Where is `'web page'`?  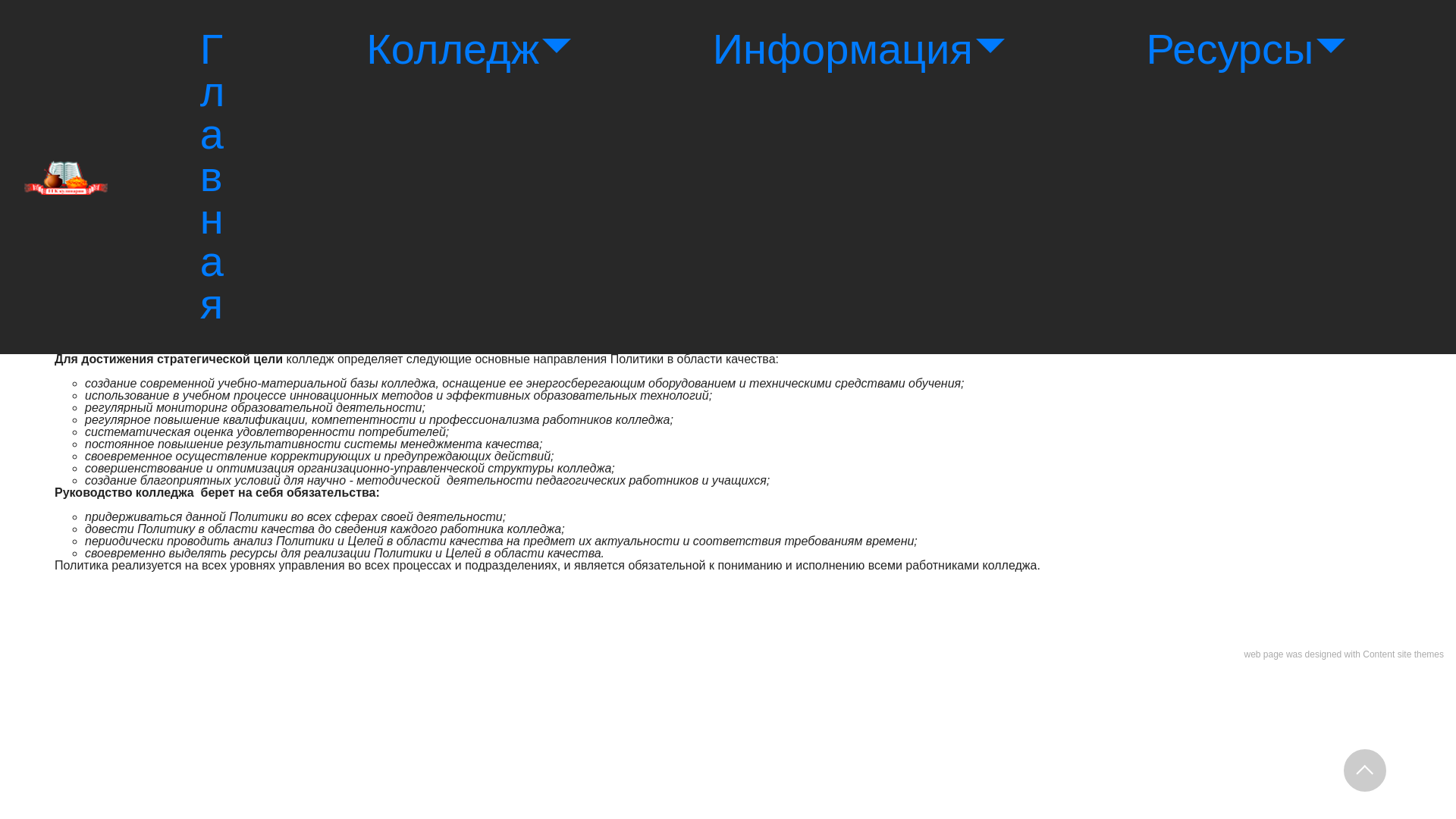
'web page' is located at coordinates (1263, 654).